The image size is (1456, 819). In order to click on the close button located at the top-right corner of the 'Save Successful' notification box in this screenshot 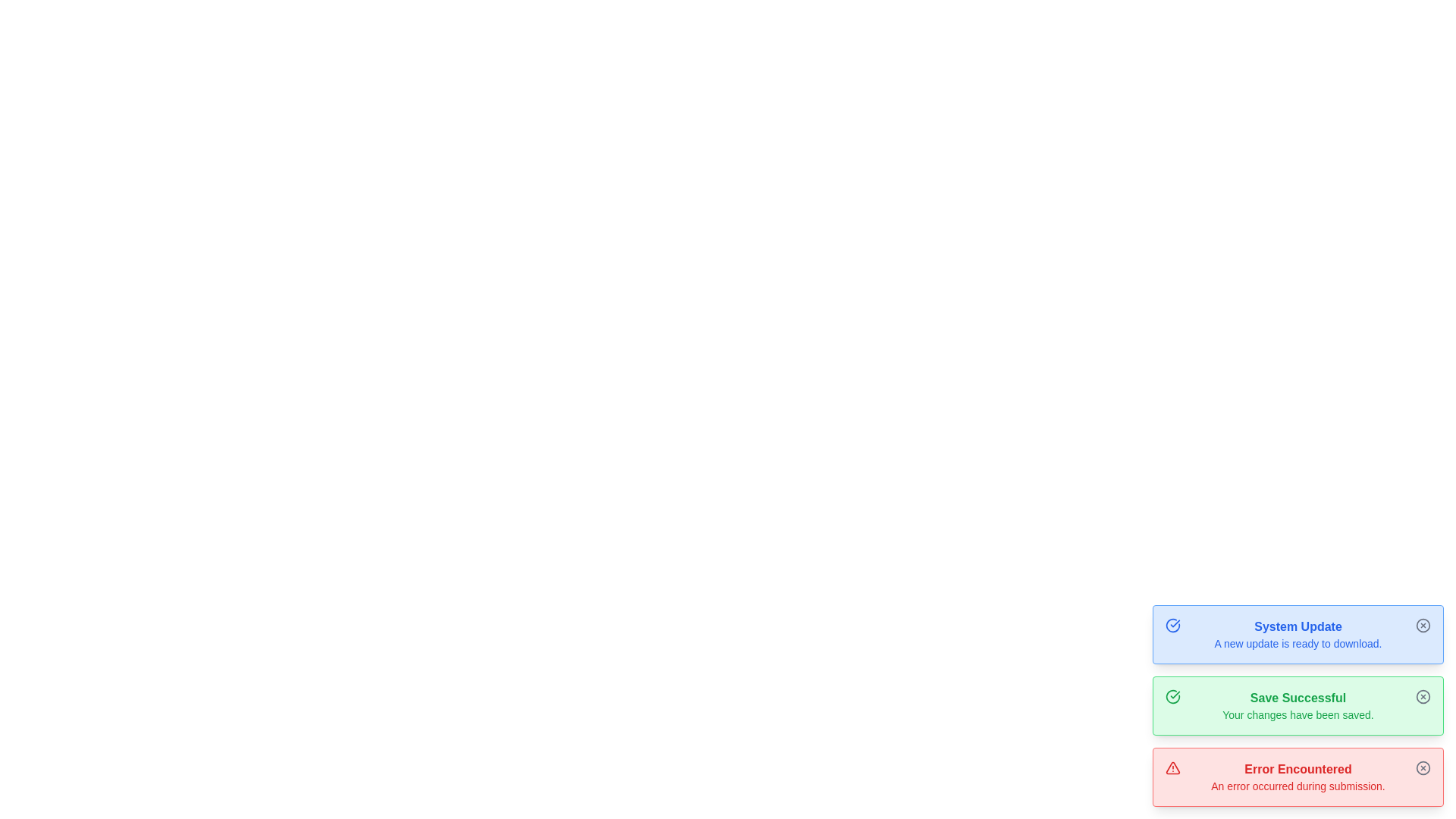, I will do `click(1422, 696)`.